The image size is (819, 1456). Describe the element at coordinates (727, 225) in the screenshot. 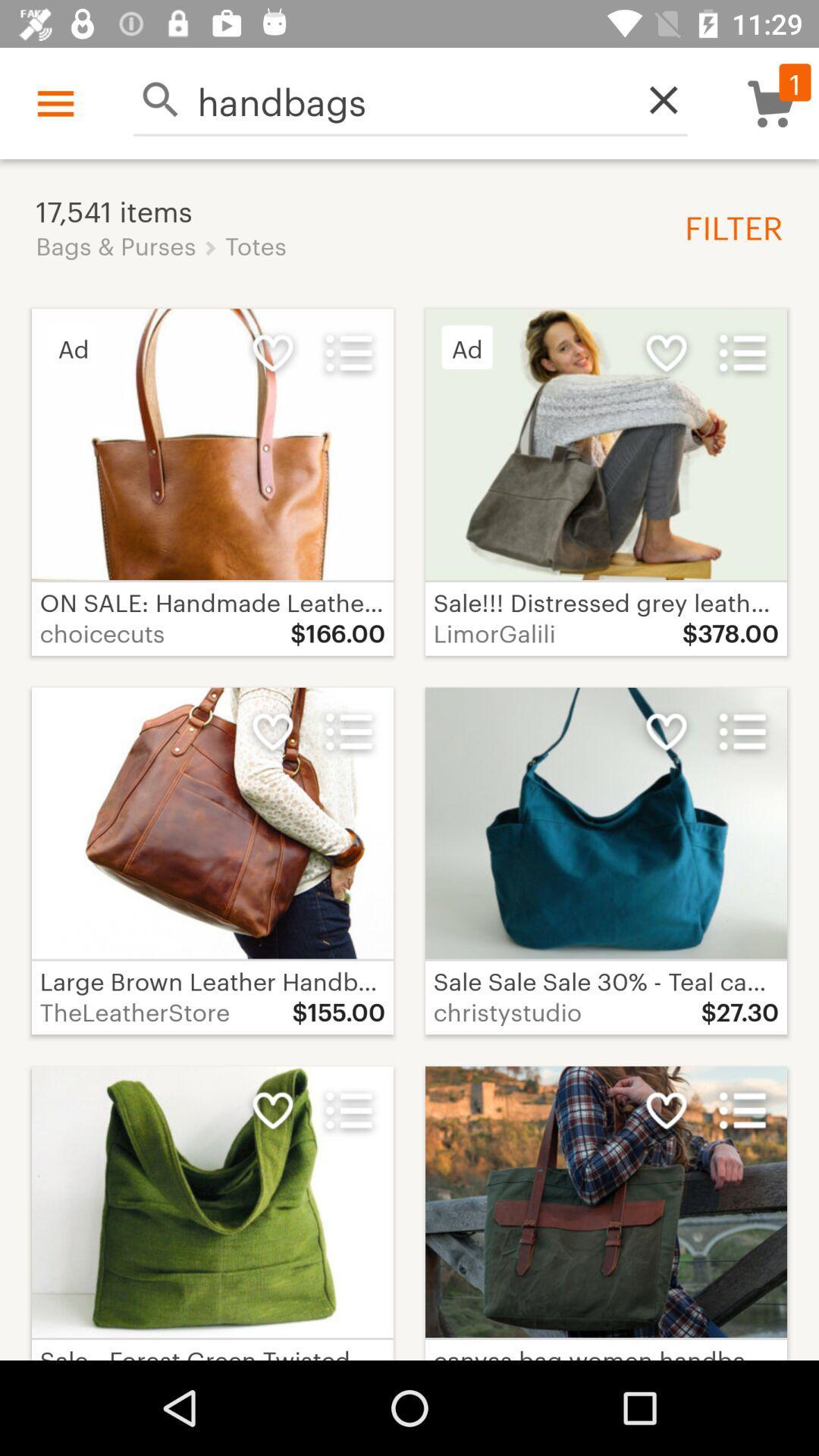

I see `filter icon` at that location.